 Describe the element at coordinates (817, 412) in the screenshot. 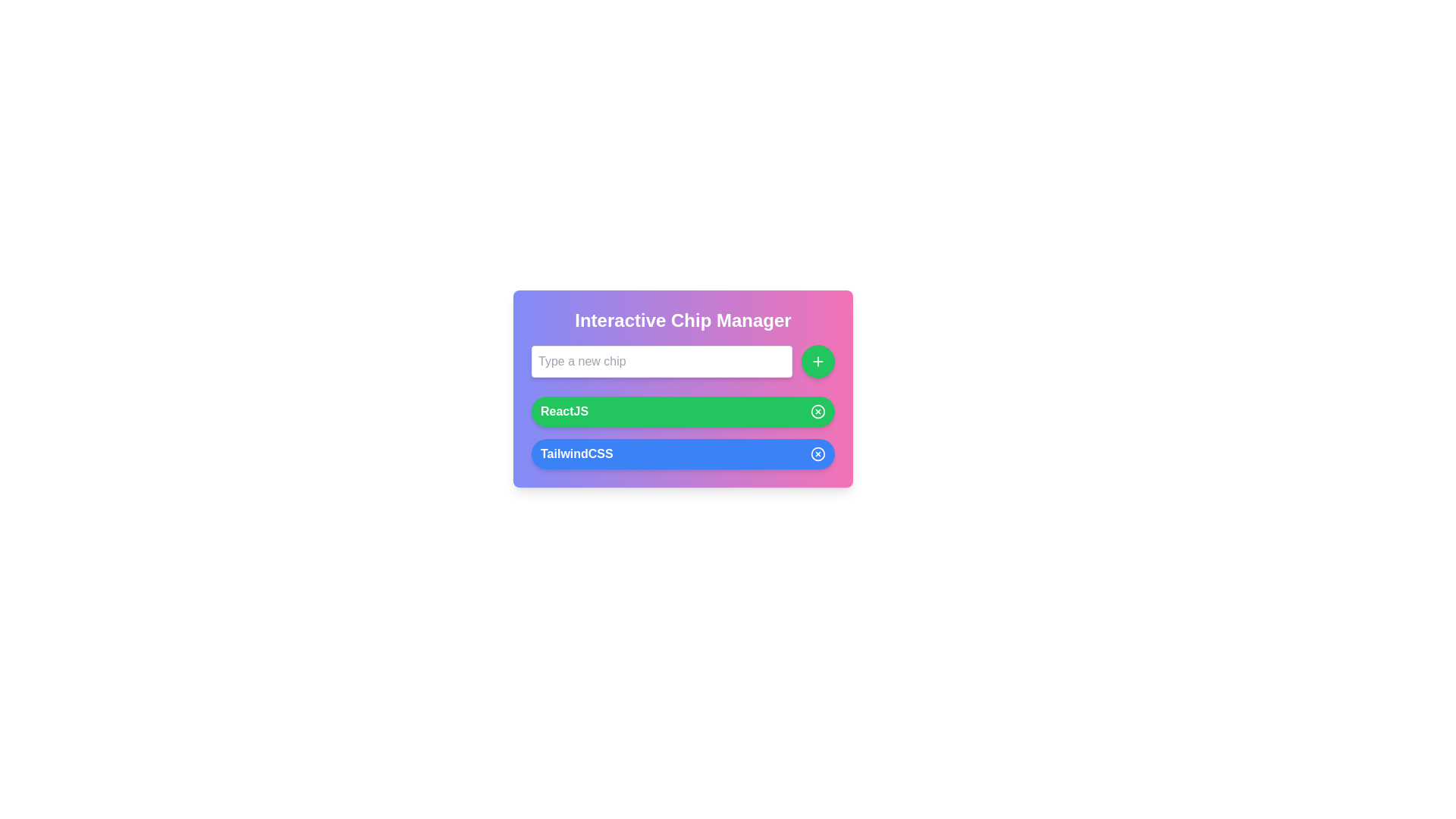

I see `the vector graphic component that resembles a button, located at the right end of the green bar associated with the 'ReactJS' label in the 'Interactive Chip Manager'` at that location.